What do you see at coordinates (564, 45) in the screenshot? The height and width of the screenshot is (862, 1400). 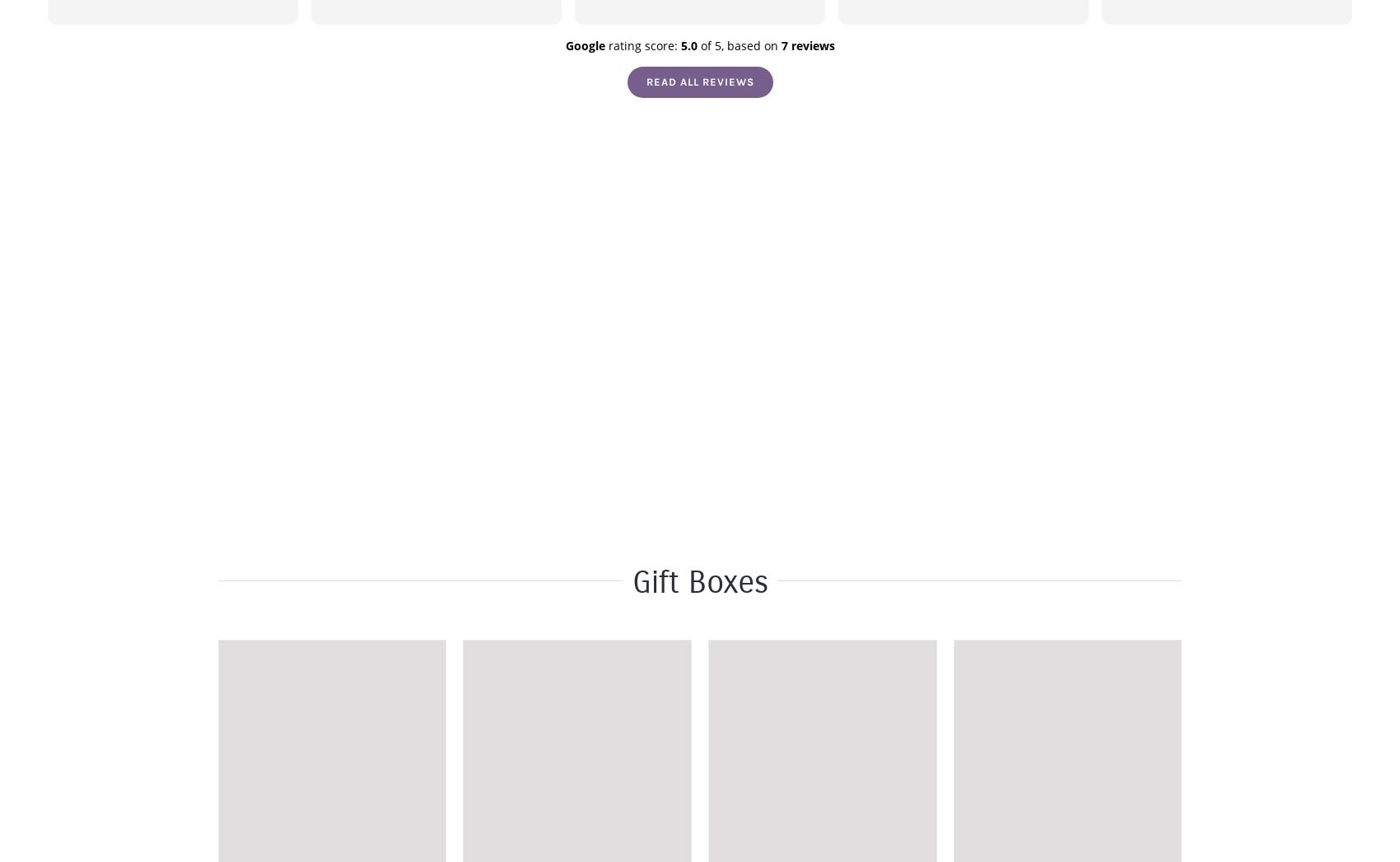 I see `'Google'` at bounding box center [564, 45].